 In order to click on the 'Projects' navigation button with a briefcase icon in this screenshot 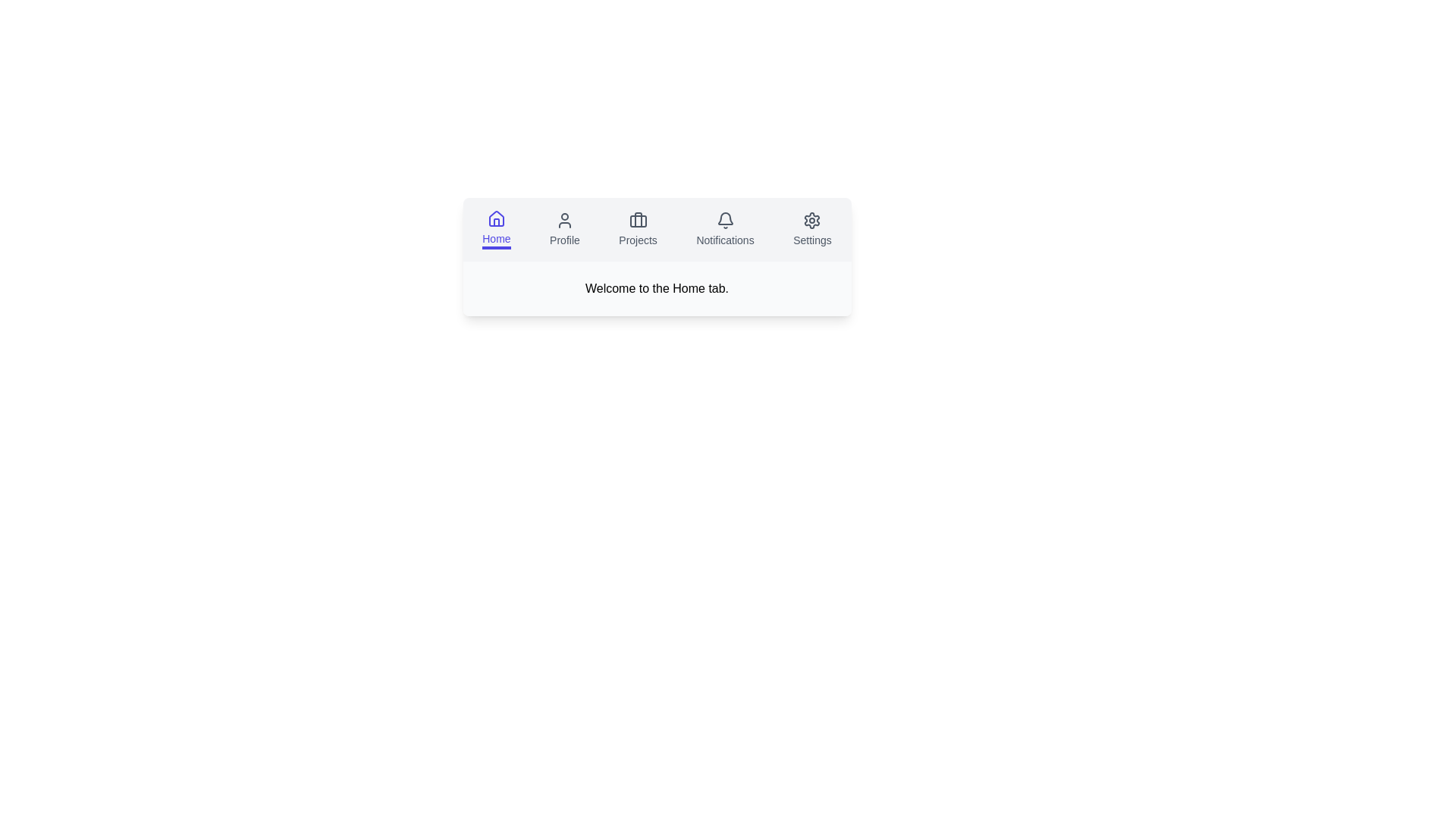, I will do `click(638, 230)`.